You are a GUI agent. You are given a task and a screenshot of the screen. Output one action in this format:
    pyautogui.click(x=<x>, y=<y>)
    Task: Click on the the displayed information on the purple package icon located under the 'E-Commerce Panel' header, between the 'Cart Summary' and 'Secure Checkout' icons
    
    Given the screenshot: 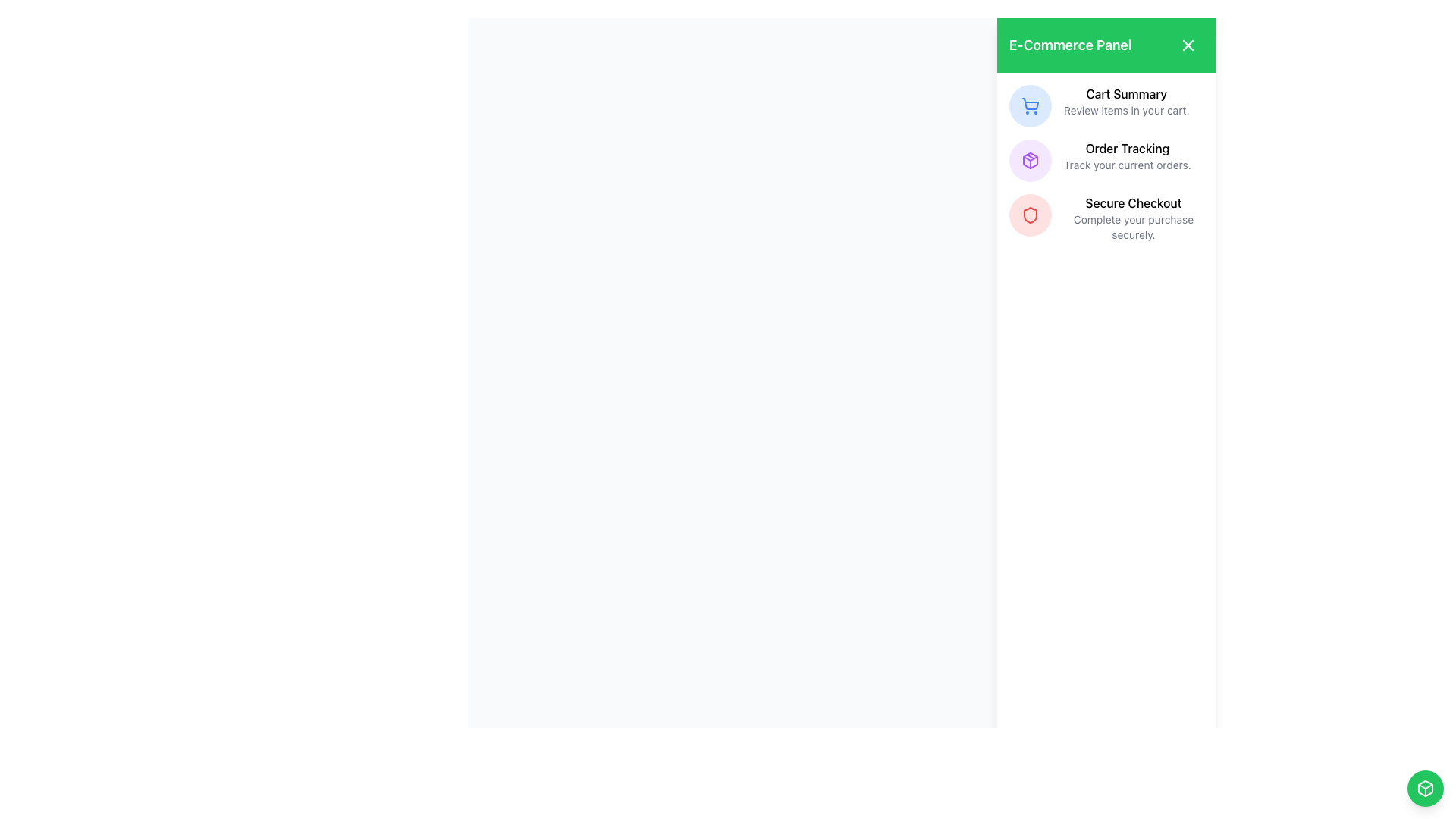 What is the action you would take?
    pyautogui.click(x=1030, y=161)
    